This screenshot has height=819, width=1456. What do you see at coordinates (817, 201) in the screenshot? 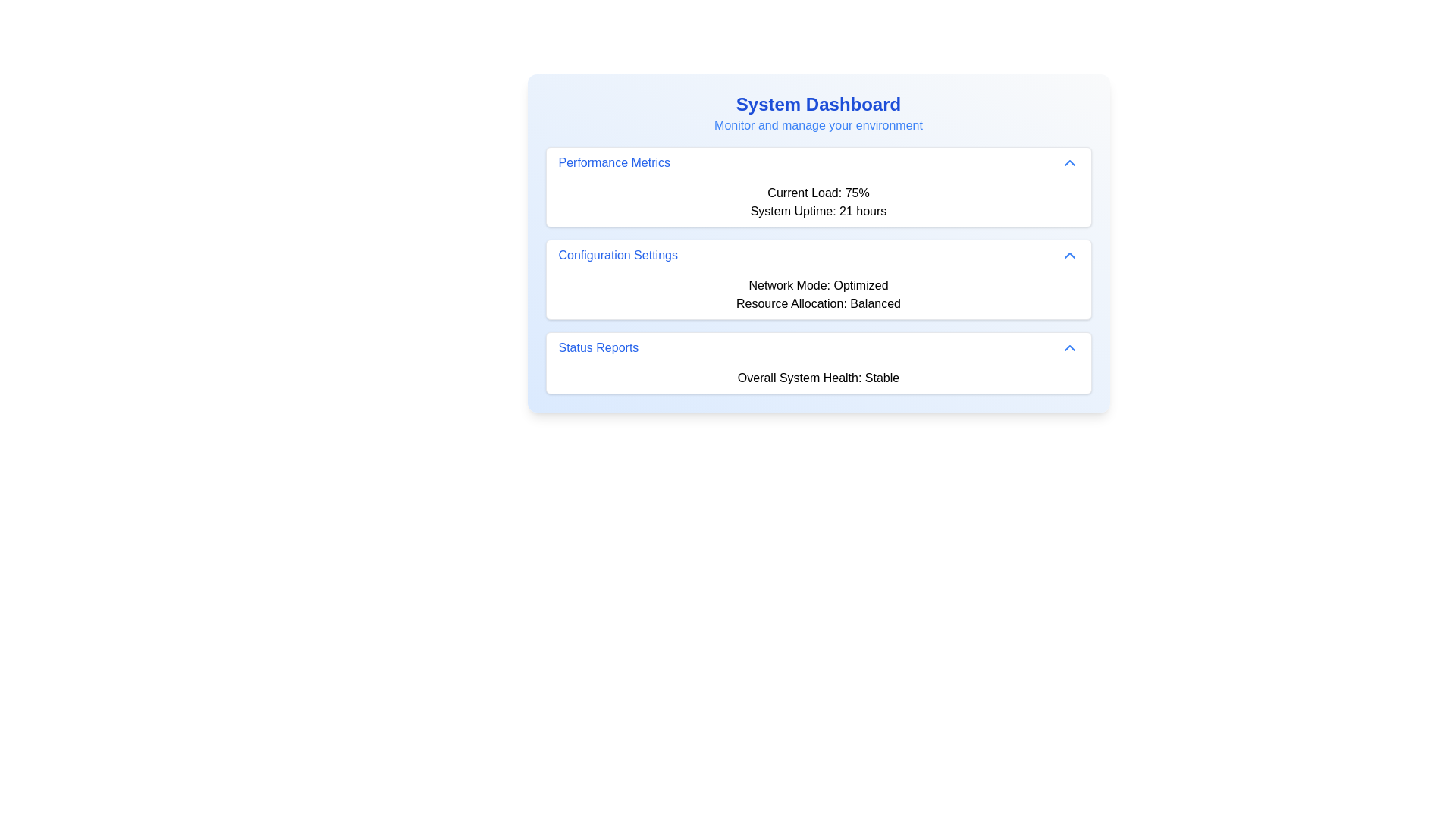
I see `the informational text block displaying 'Current Load: 75%' and 'System Uptime: 21 hours' located in the Performance Metrics section of the dashboard` at bounding box center [817, 201].